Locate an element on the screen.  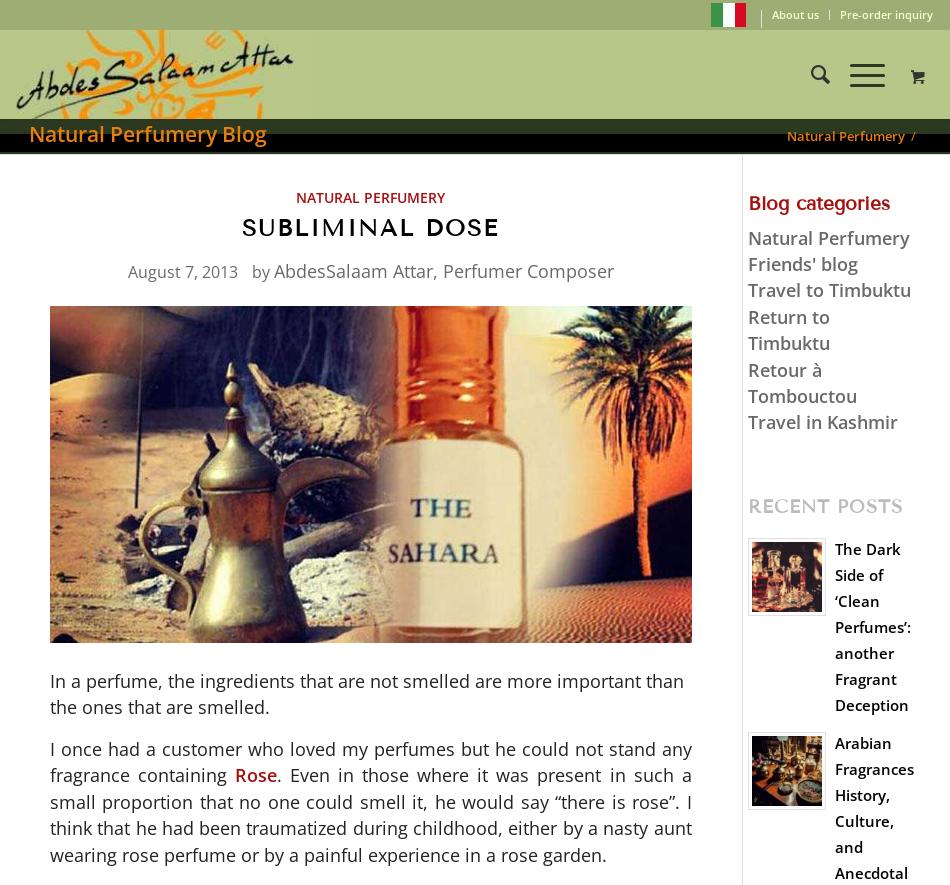
'In a perfume, the ingredients that are not smelled are more important than the ones that are smelled.' is located at coordinates (365, 692).